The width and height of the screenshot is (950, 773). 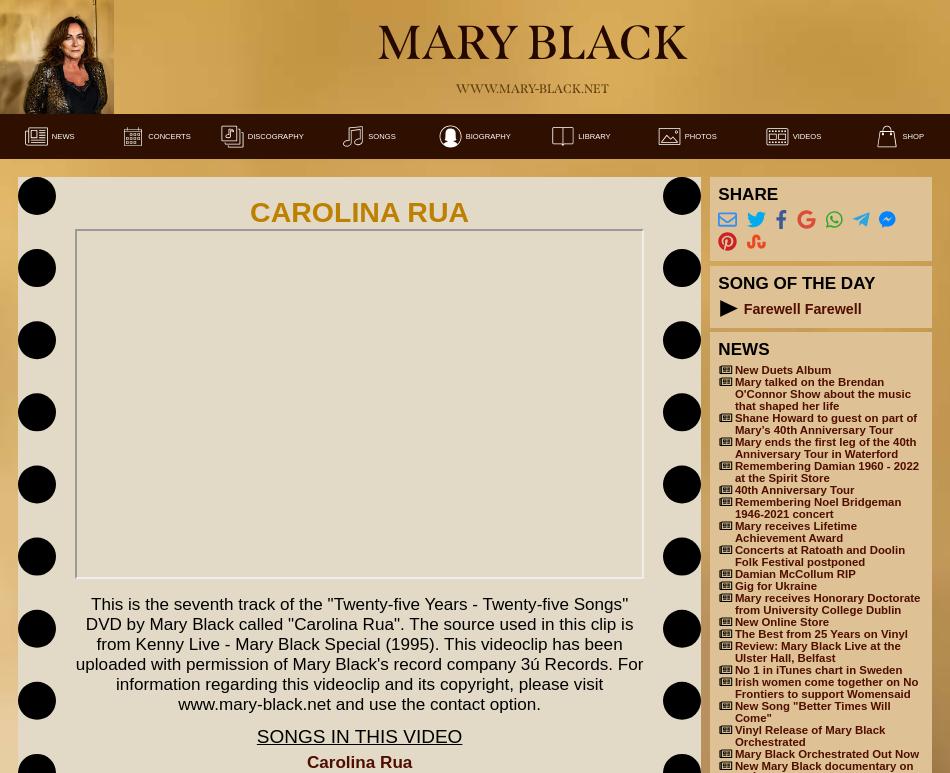 I want to click on 'Remembering Damian 1960 - 2022 at the Spirit Store', so click(x=825, y=470).